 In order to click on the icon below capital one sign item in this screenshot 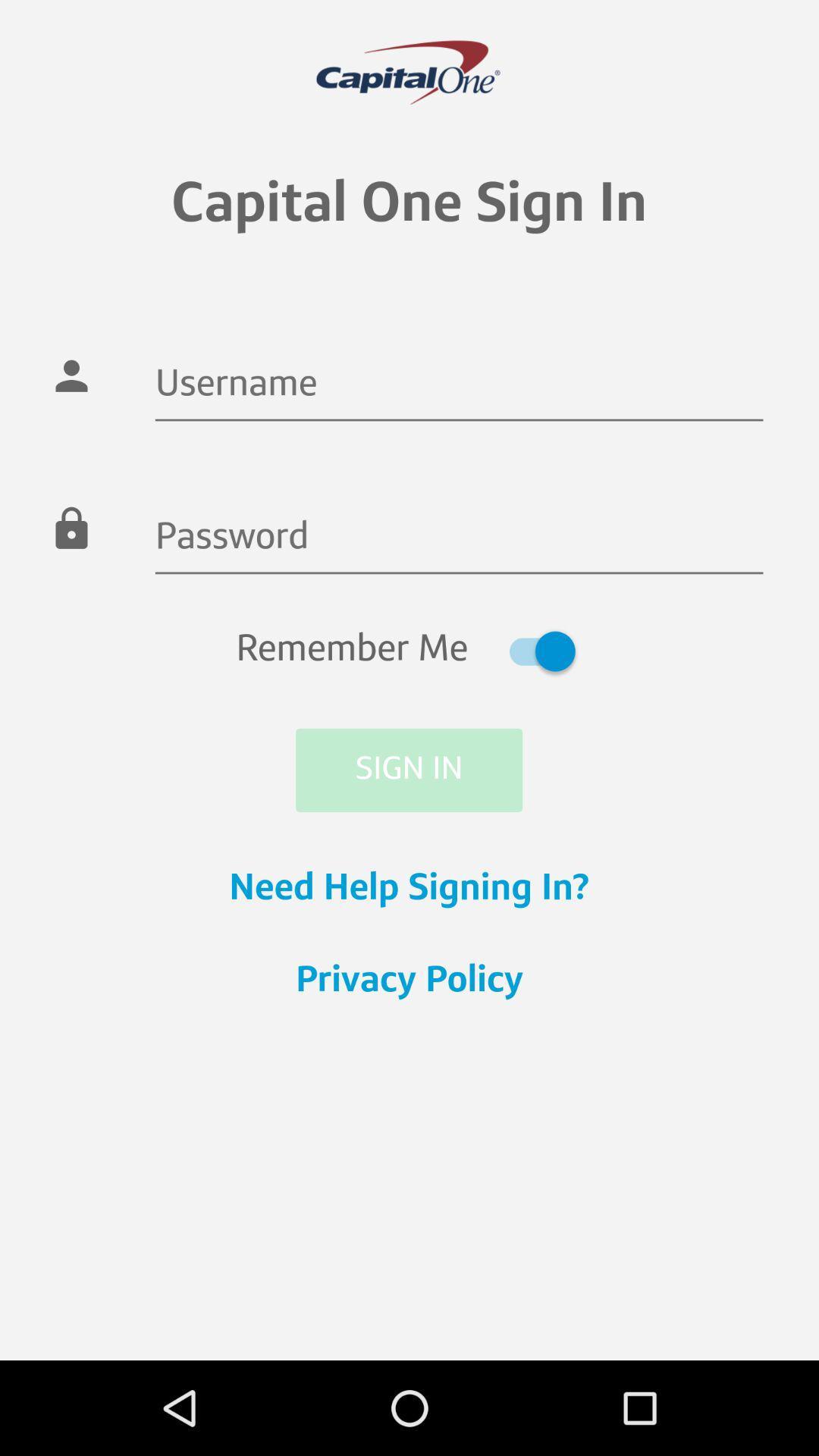, I will do `click(458, 386)`.